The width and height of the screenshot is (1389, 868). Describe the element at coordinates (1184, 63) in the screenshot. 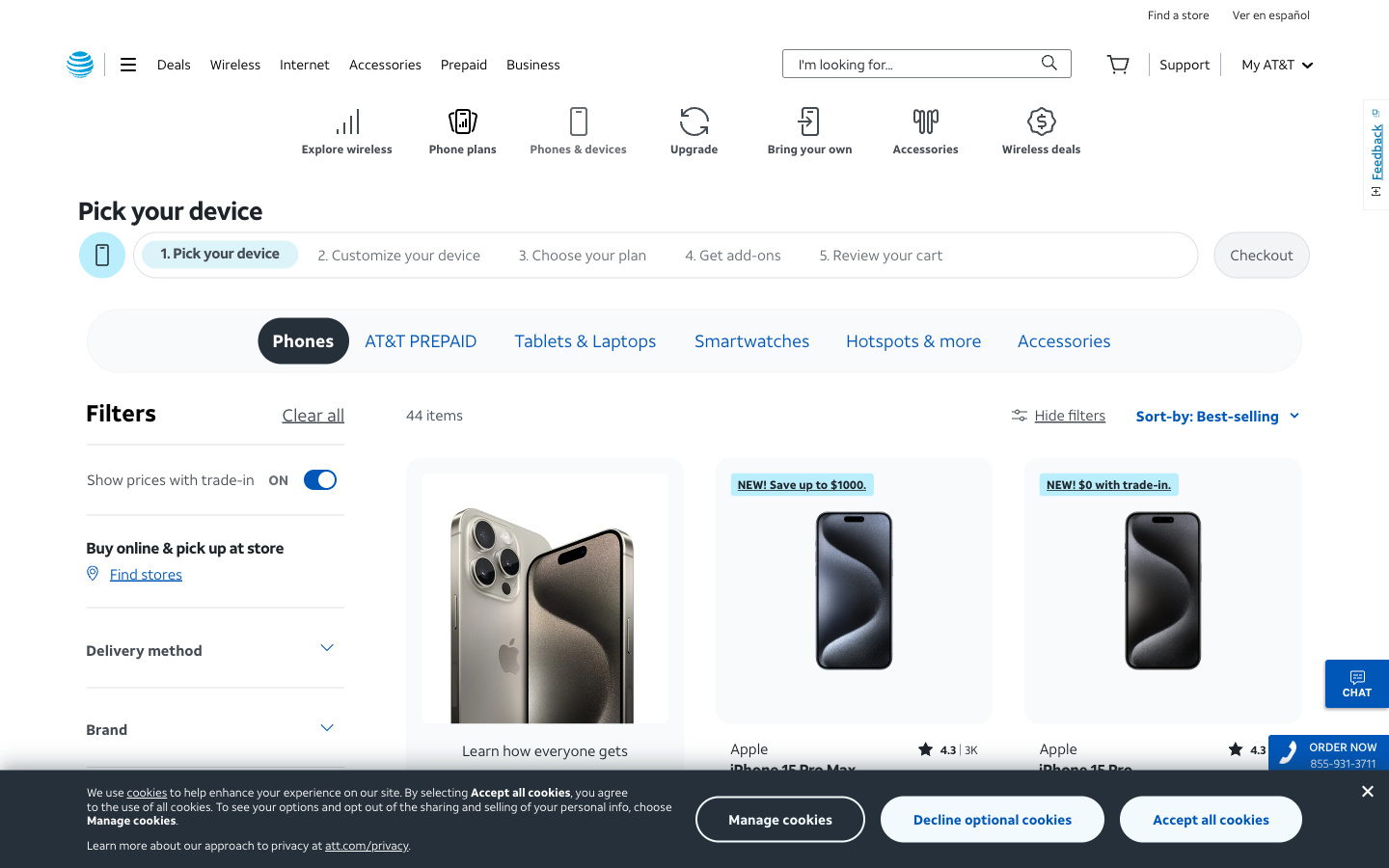

I see `the support area` at that location.